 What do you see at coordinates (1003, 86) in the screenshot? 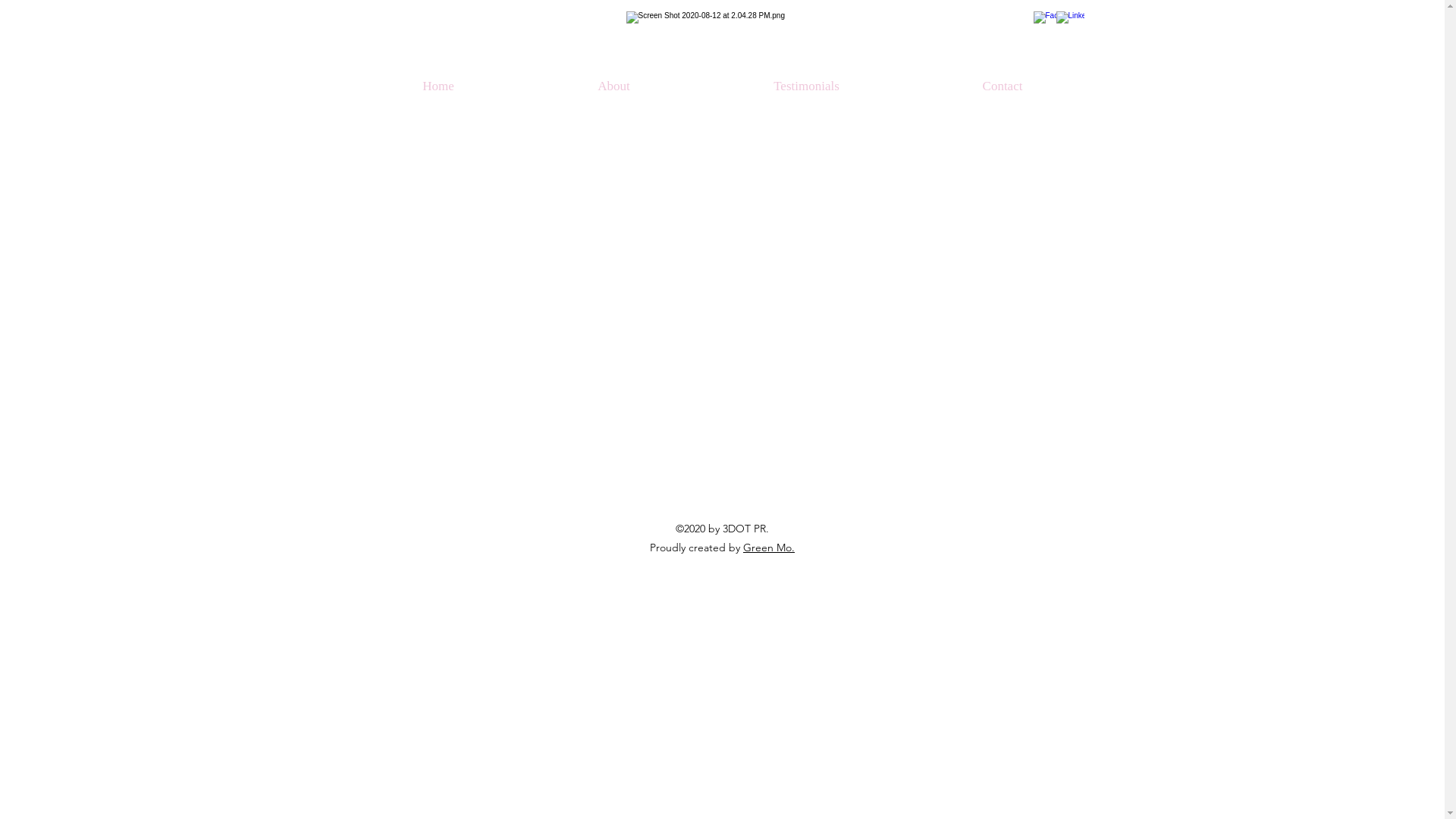
I see `'Contact'` at bounding box center [1003, 86].